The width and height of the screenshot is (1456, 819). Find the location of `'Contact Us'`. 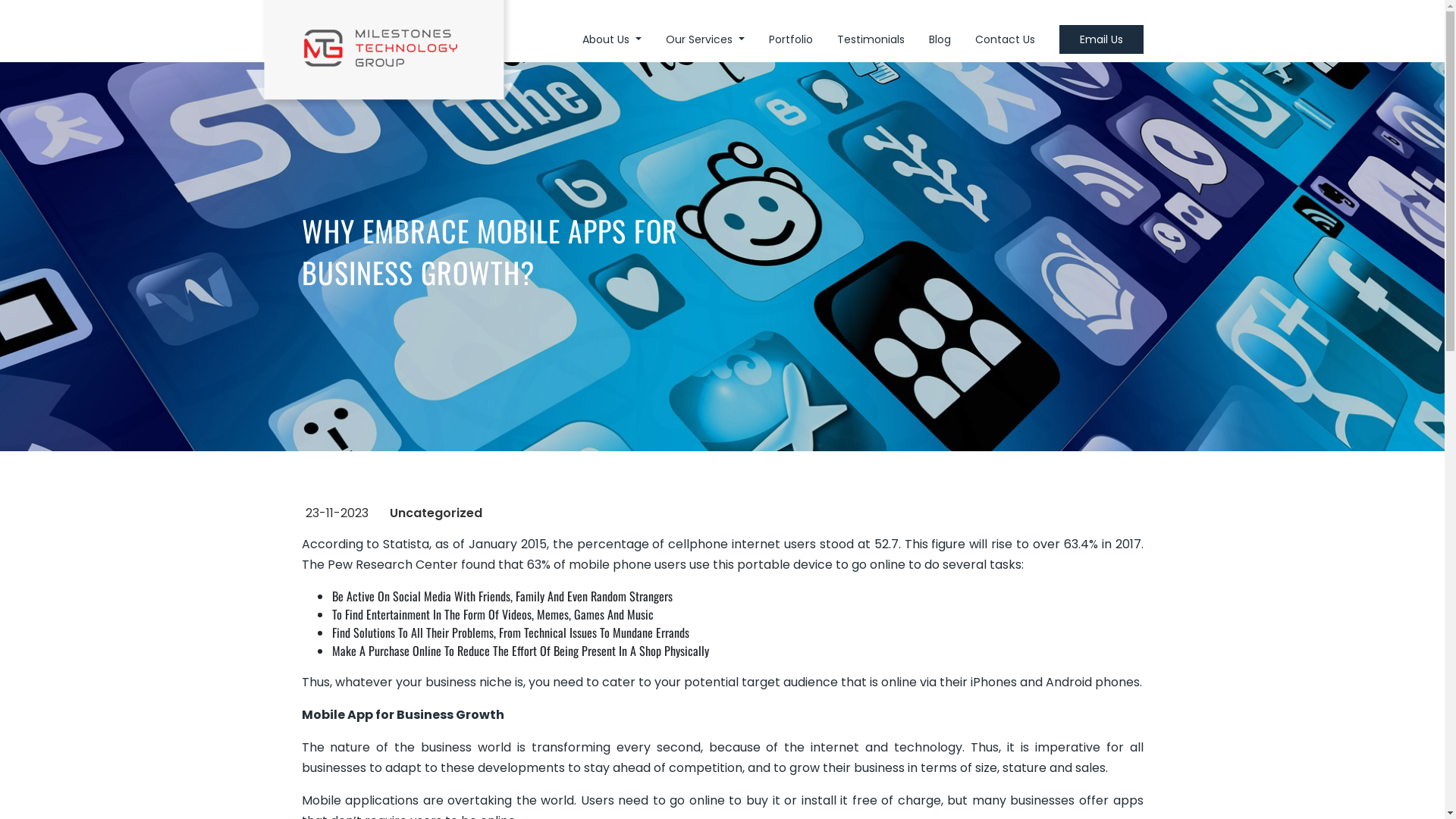

'Contact Us' is located at coordinates (1005, 38).